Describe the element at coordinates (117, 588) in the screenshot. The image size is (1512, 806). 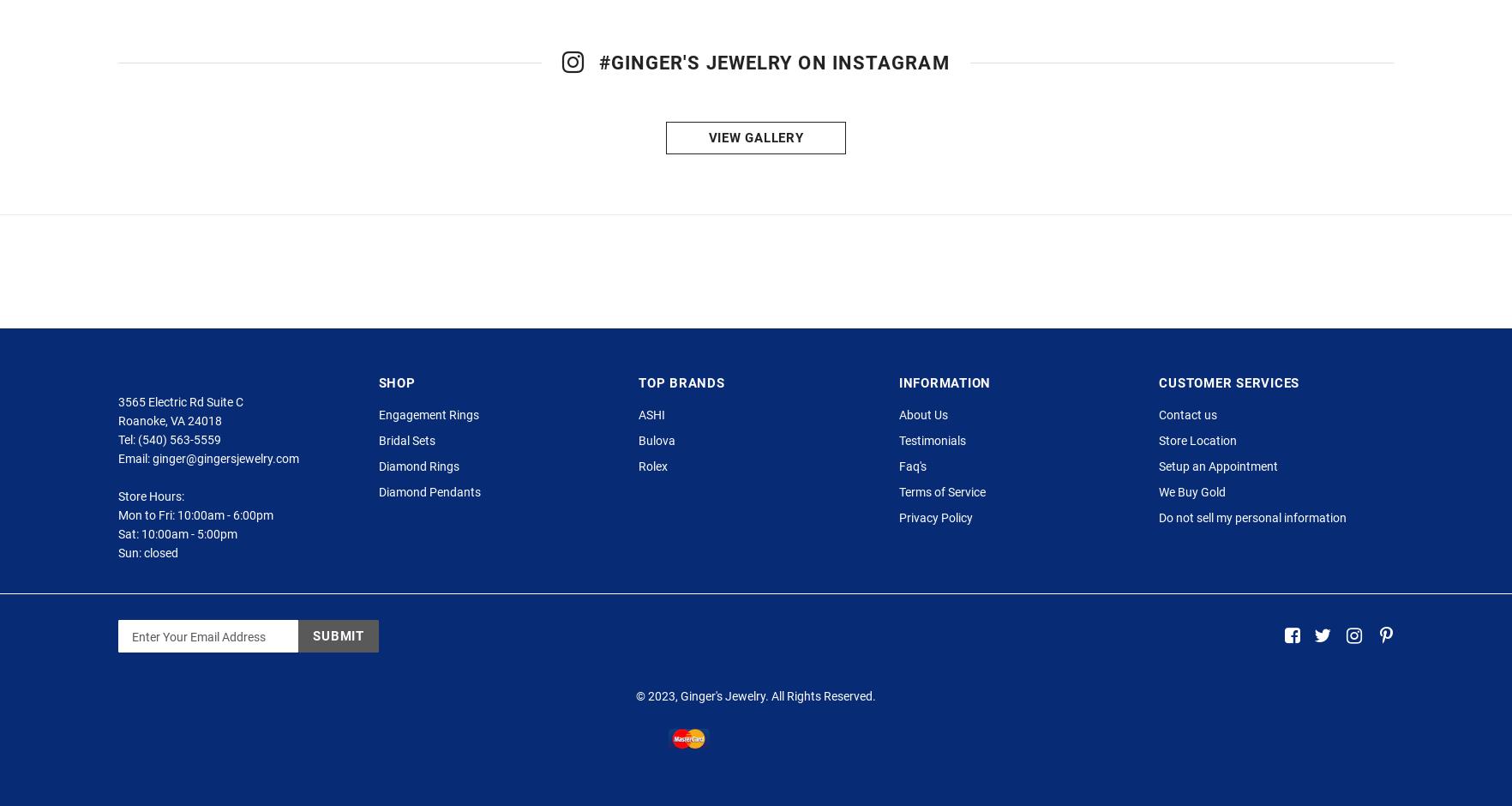
I see `'Mon to Fri: 10:00am - 6:00pm'` at that location.